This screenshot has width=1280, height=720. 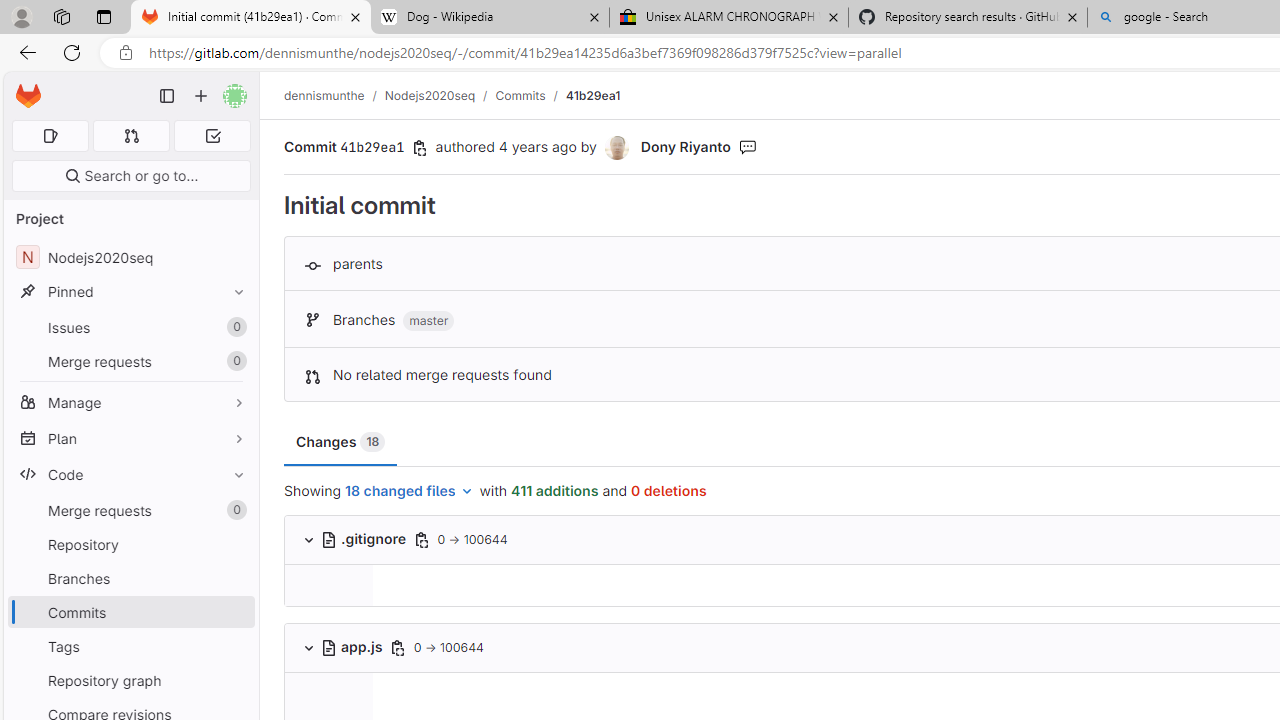 I want to click on 'NNodejs2020seq', so click(x=130, y=256).